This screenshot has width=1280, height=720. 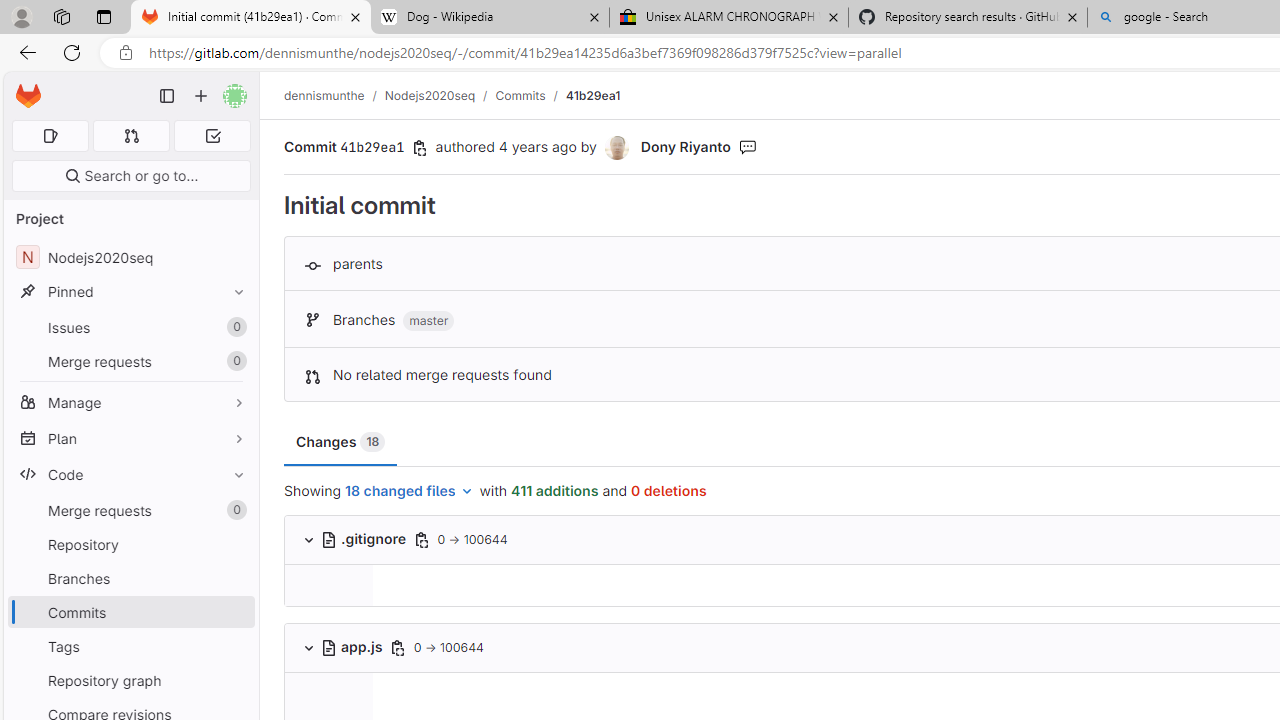 I want to click on 'NNodejs2020seq', so click(x=130, y=256).